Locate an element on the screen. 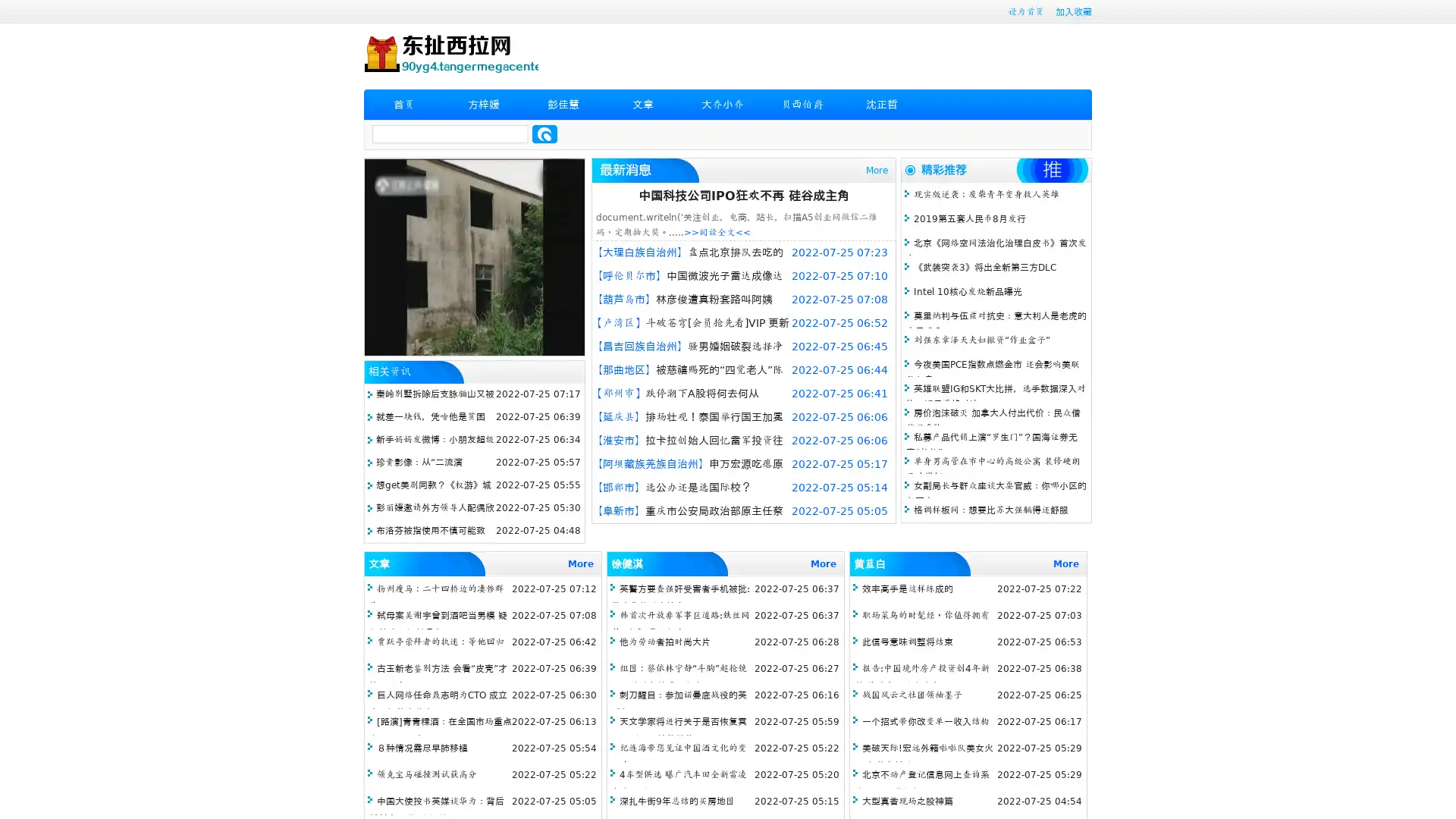  Search is located at coordinates (544, 133).